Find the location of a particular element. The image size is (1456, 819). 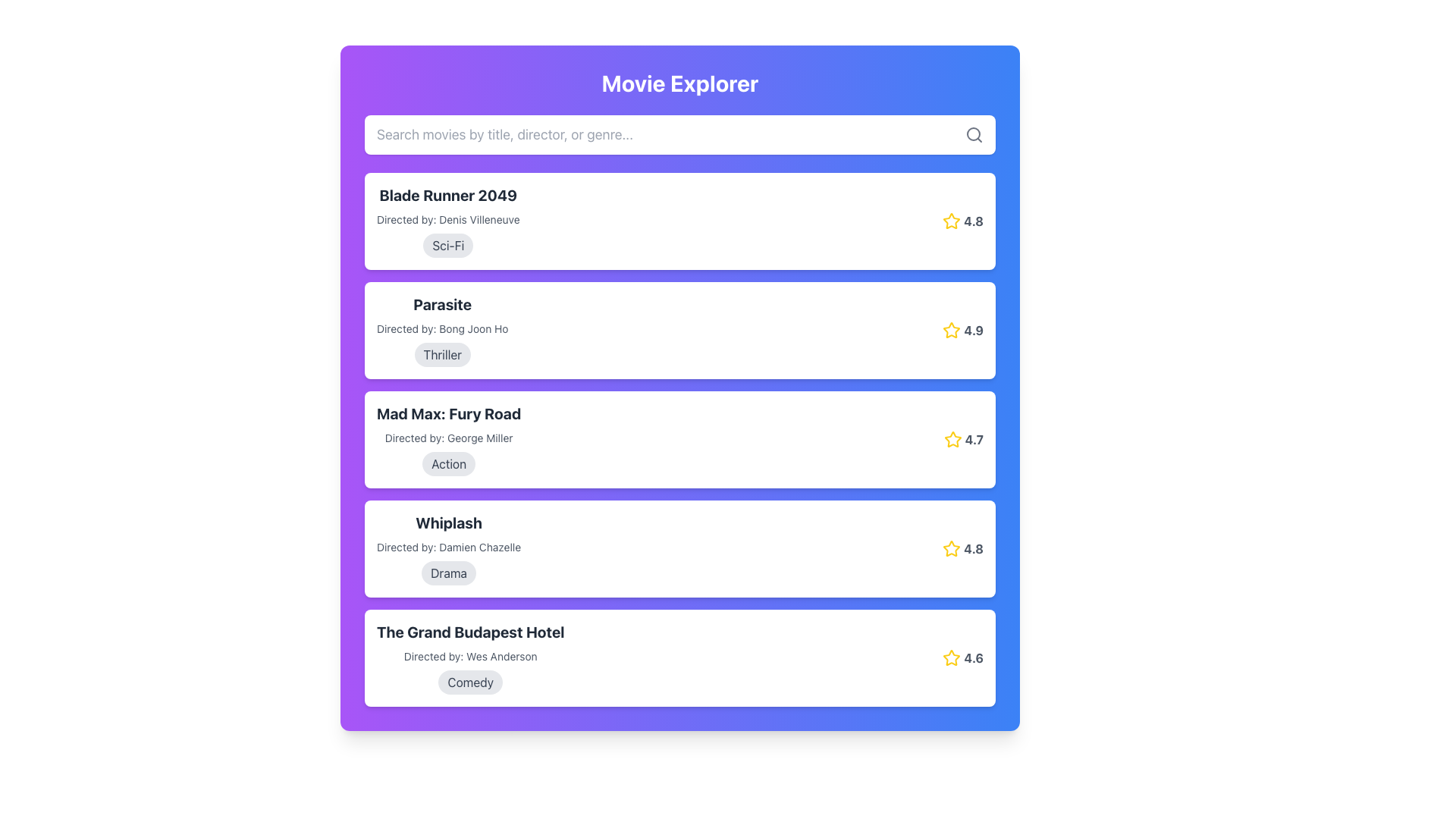

the rating display element for the movie 'Parasite', which features a yellow star icon and a rating of '4.9' in bold gray text is located at coordinates (962, 329).